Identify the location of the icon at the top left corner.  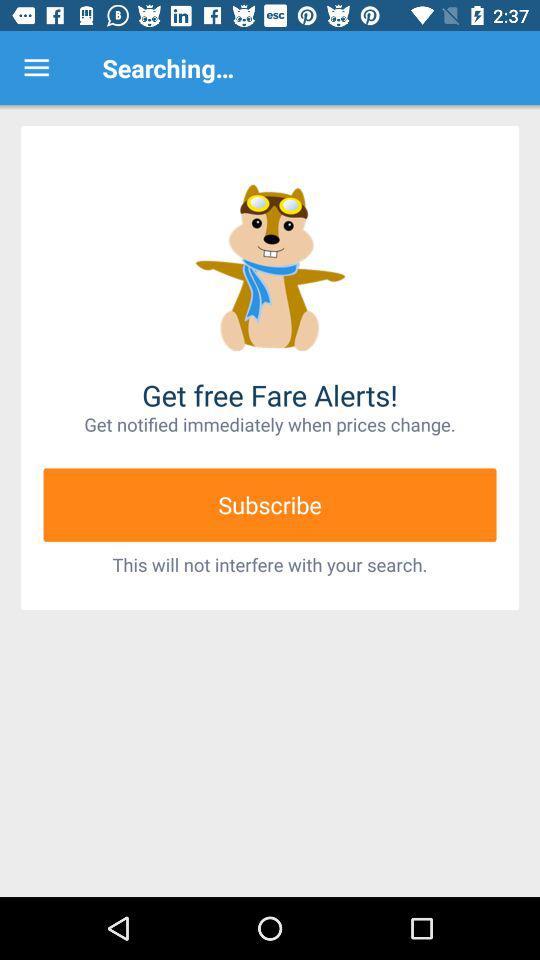
(36, 68).